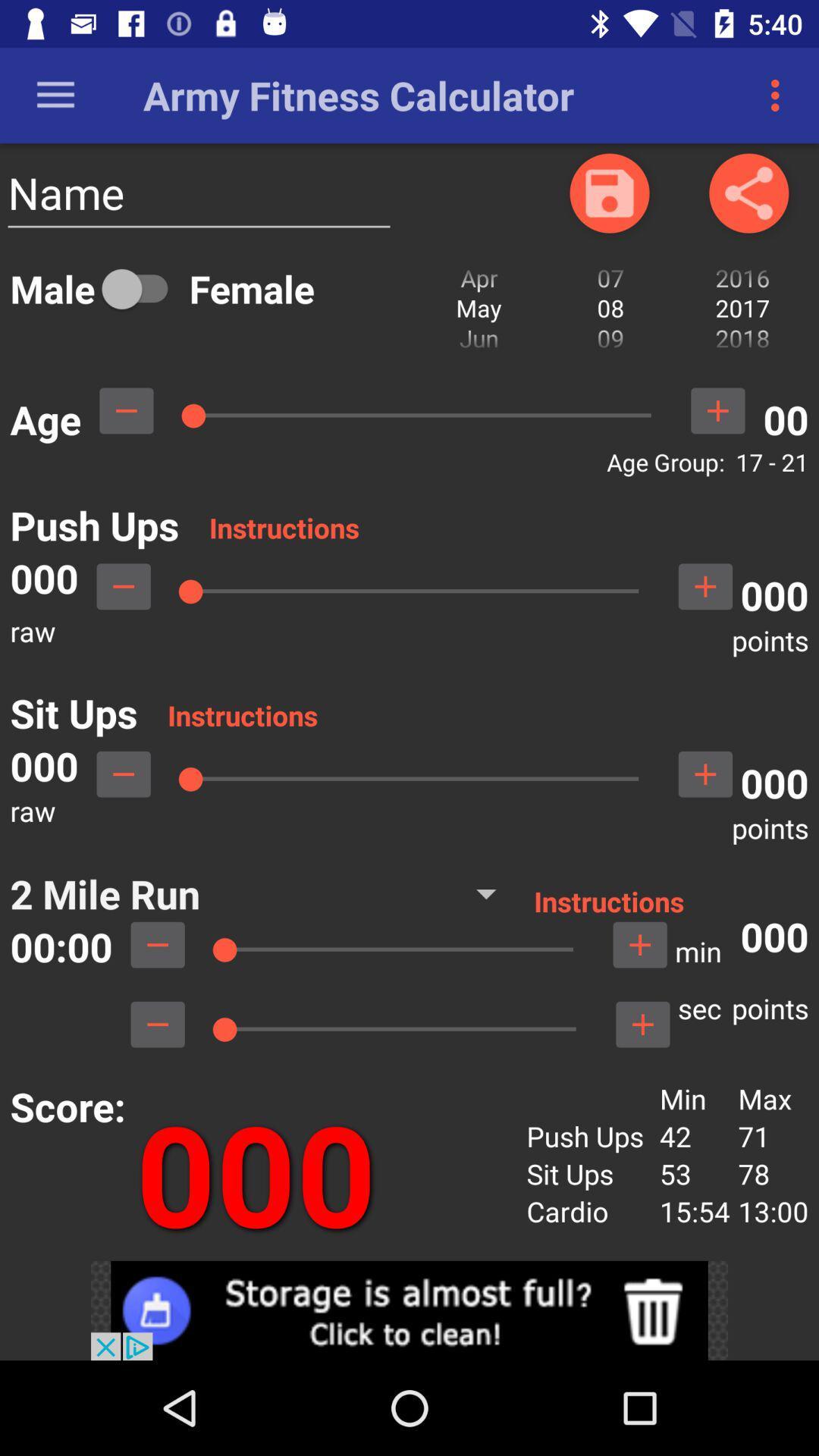 This screenshot has width=819, height=1456. What do you see at coordinates (125, 410) in the screenshot?
I see `choose age` at bounding box center [125, 410].